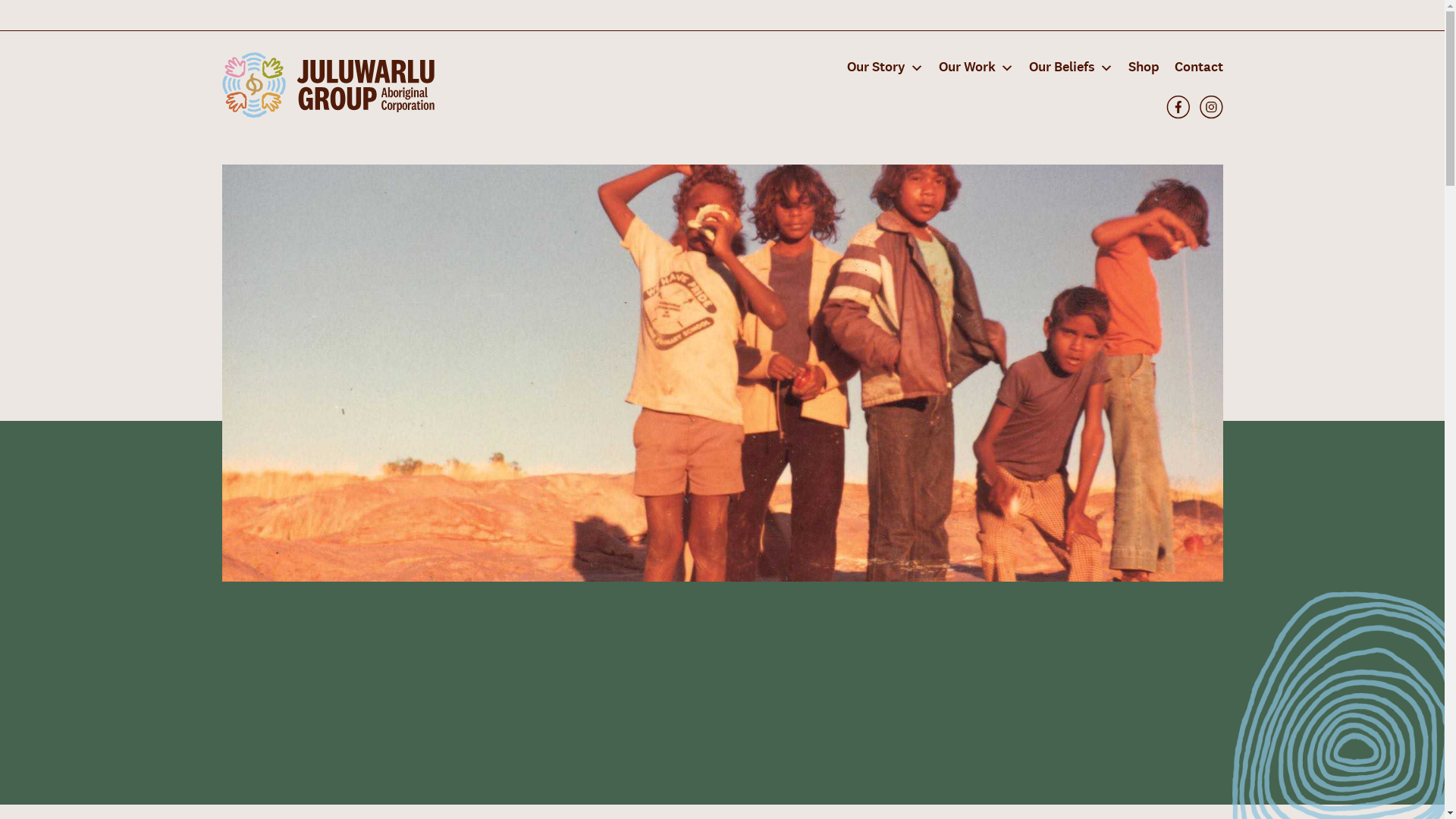  I want to click on 'Our Beliefs', so click(1020, 66).